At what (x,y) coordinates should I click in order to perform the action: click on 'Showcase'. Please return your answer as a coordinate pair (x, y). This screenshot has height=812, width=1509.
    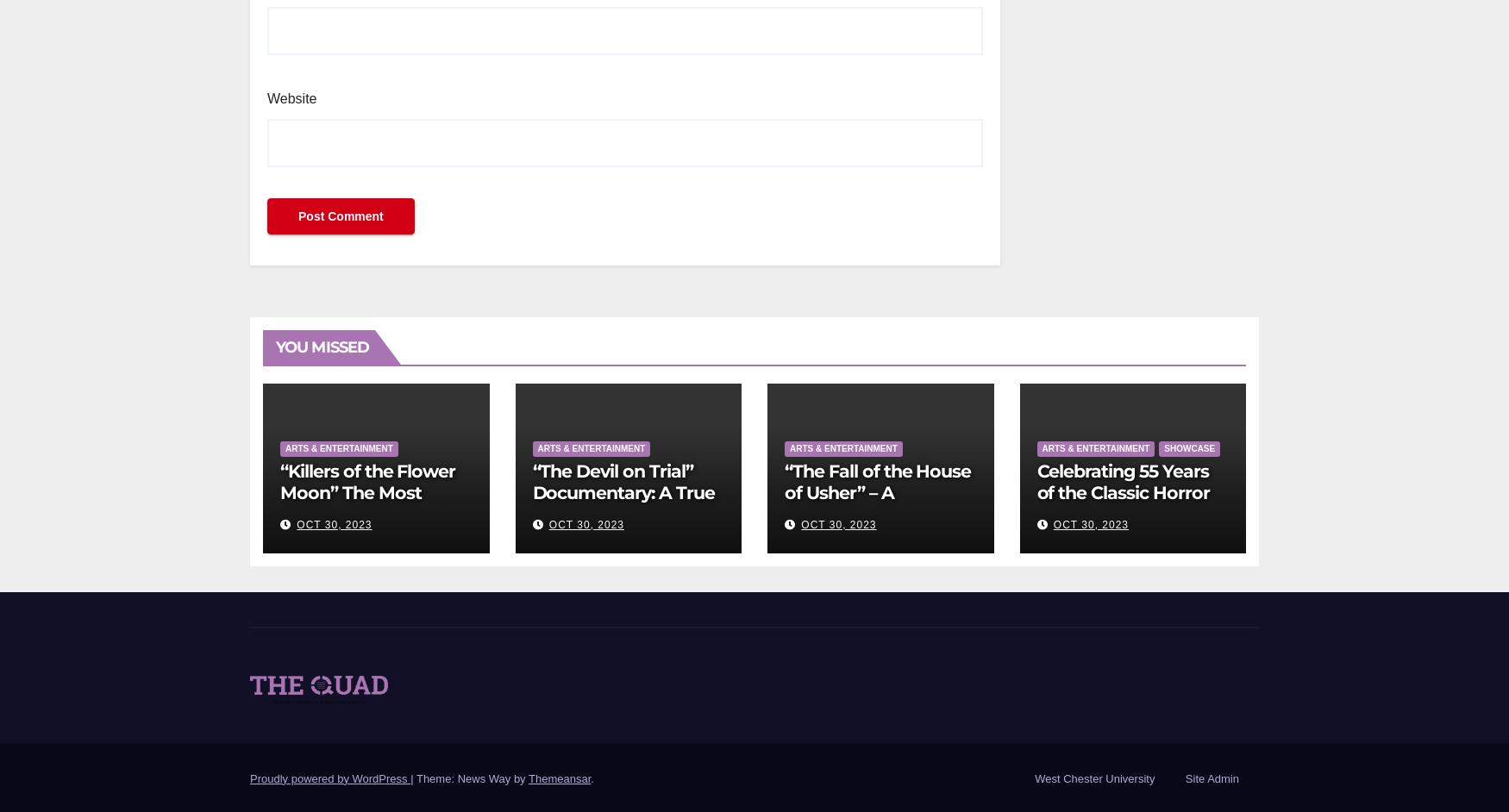
    Looking at the image, I should click on (1163, 447).